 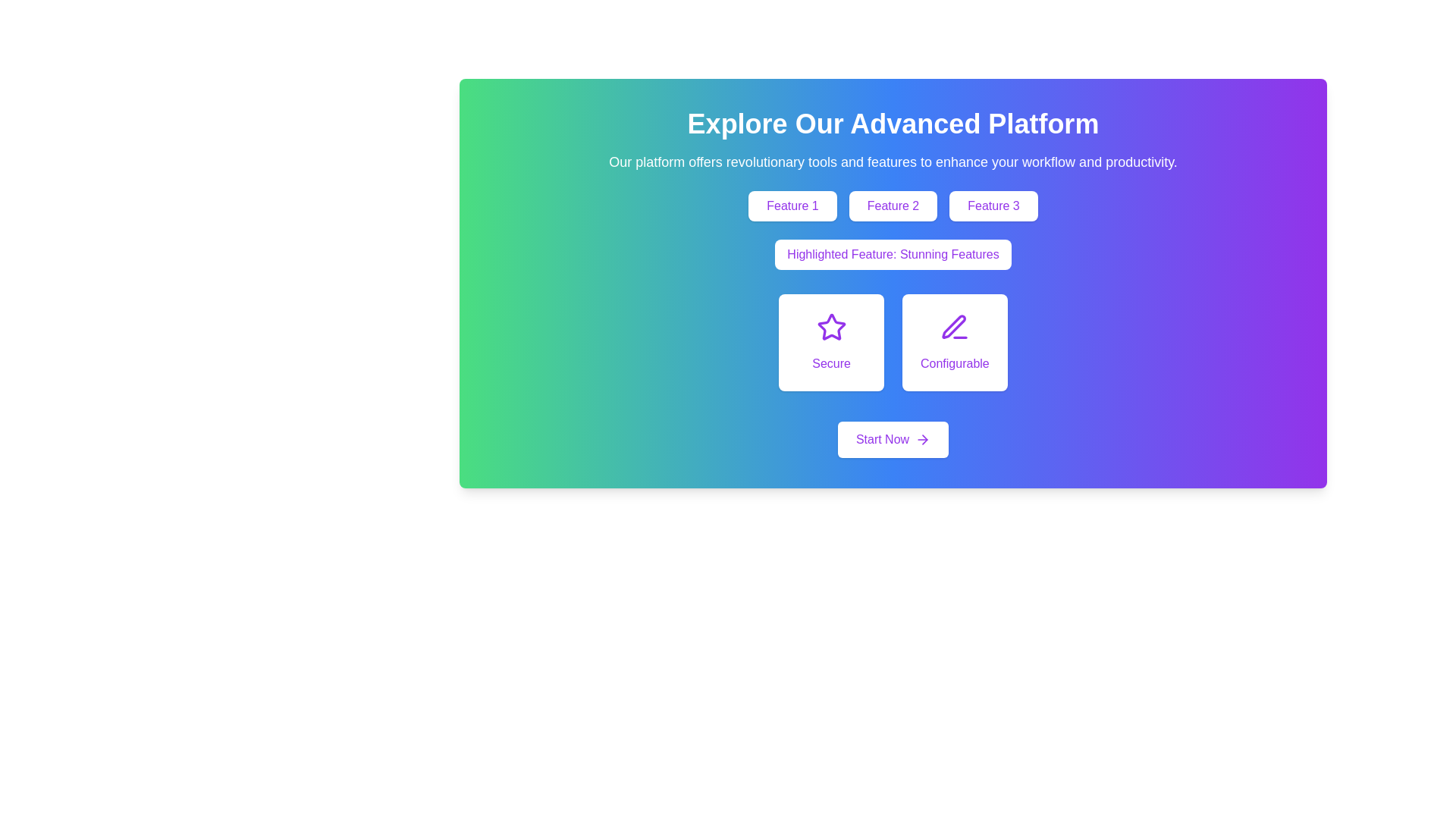 What do you see at coordinates (830, 342) in the screenshot?
I see `the 'Secure' card element, which is the first item in a two-column grid layout under the 'Explore Our Advanced Platform' header` at bounding box center [830, 342].